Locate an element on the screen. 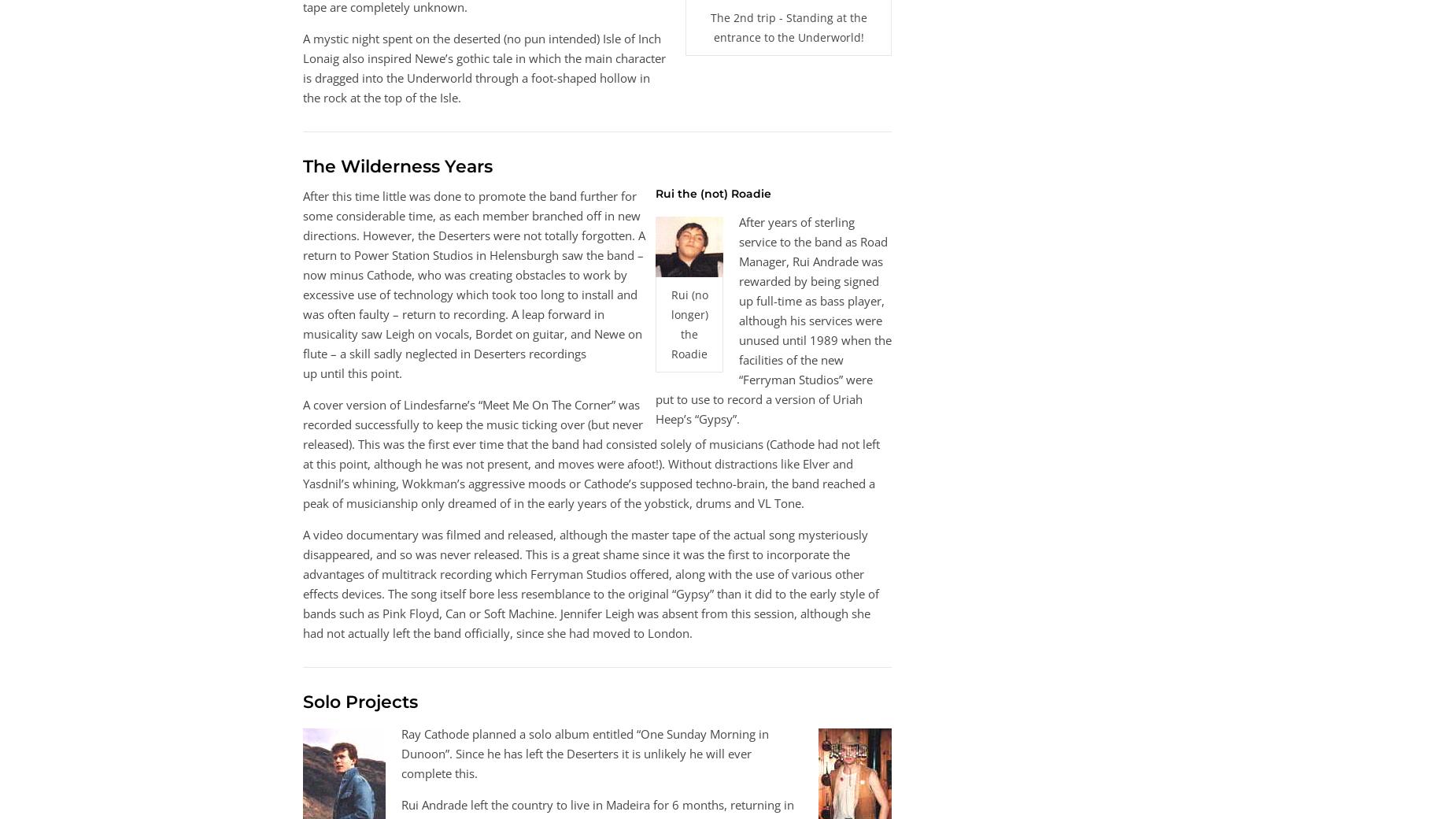 The height and width of the screenshot is (819, 1456). 'After years of sterling service to the band as Road Manager, Rui Andrade was rewarded by being signed up full-time as bass player, although his services were unused until 1989 when the facilities of the new “Ferryman Studios” were put to use to record a version of Uriah Heep’s “Gypsy”.' is located at coordinates (656, 320).